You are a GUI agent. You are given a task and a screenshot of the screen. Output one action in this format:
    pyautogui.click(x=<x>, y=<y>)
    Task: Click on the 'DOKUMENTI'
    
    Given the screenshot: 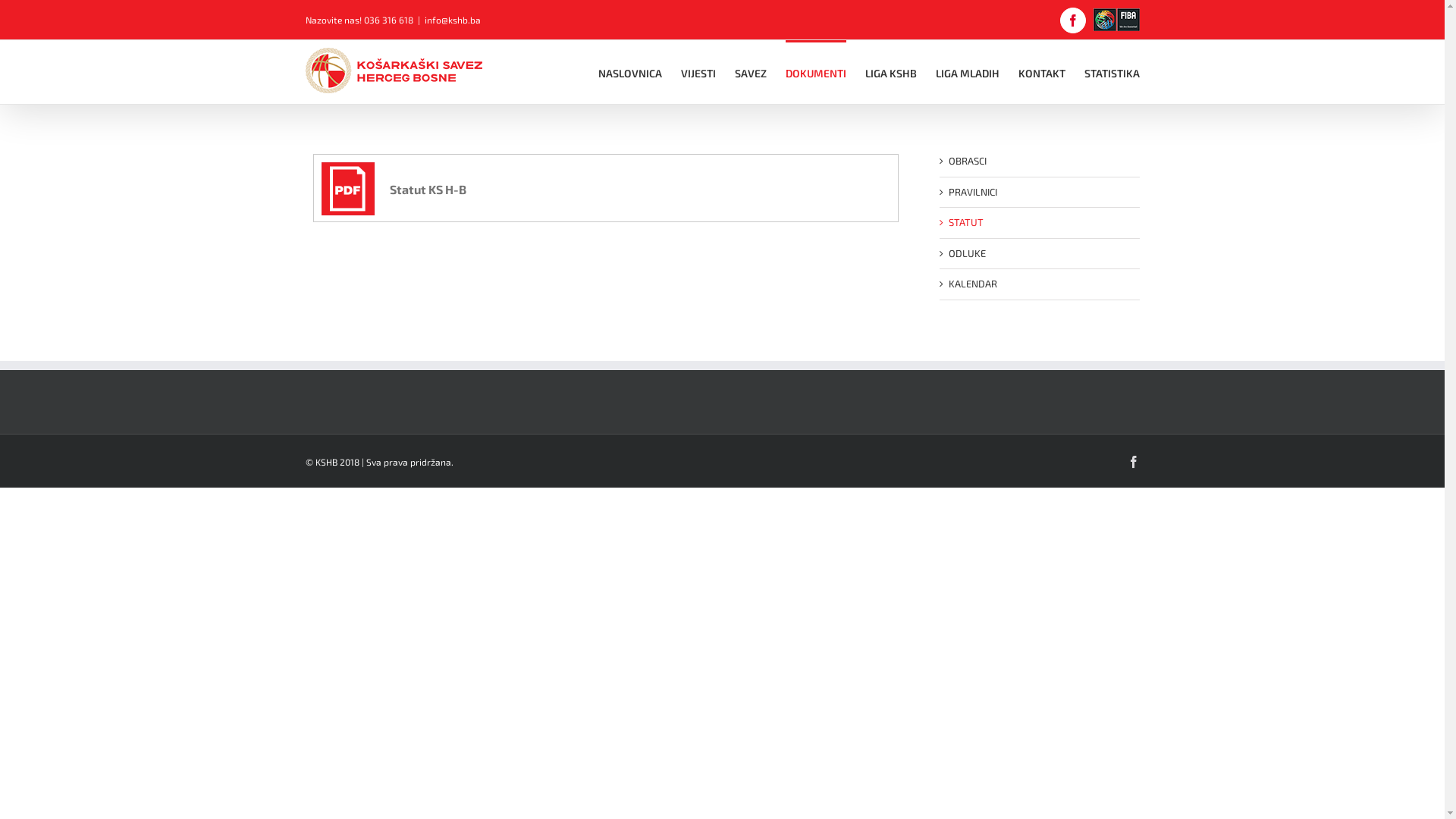 What is the action you would take?
    pyautogui.click(x=814, y=72)
    